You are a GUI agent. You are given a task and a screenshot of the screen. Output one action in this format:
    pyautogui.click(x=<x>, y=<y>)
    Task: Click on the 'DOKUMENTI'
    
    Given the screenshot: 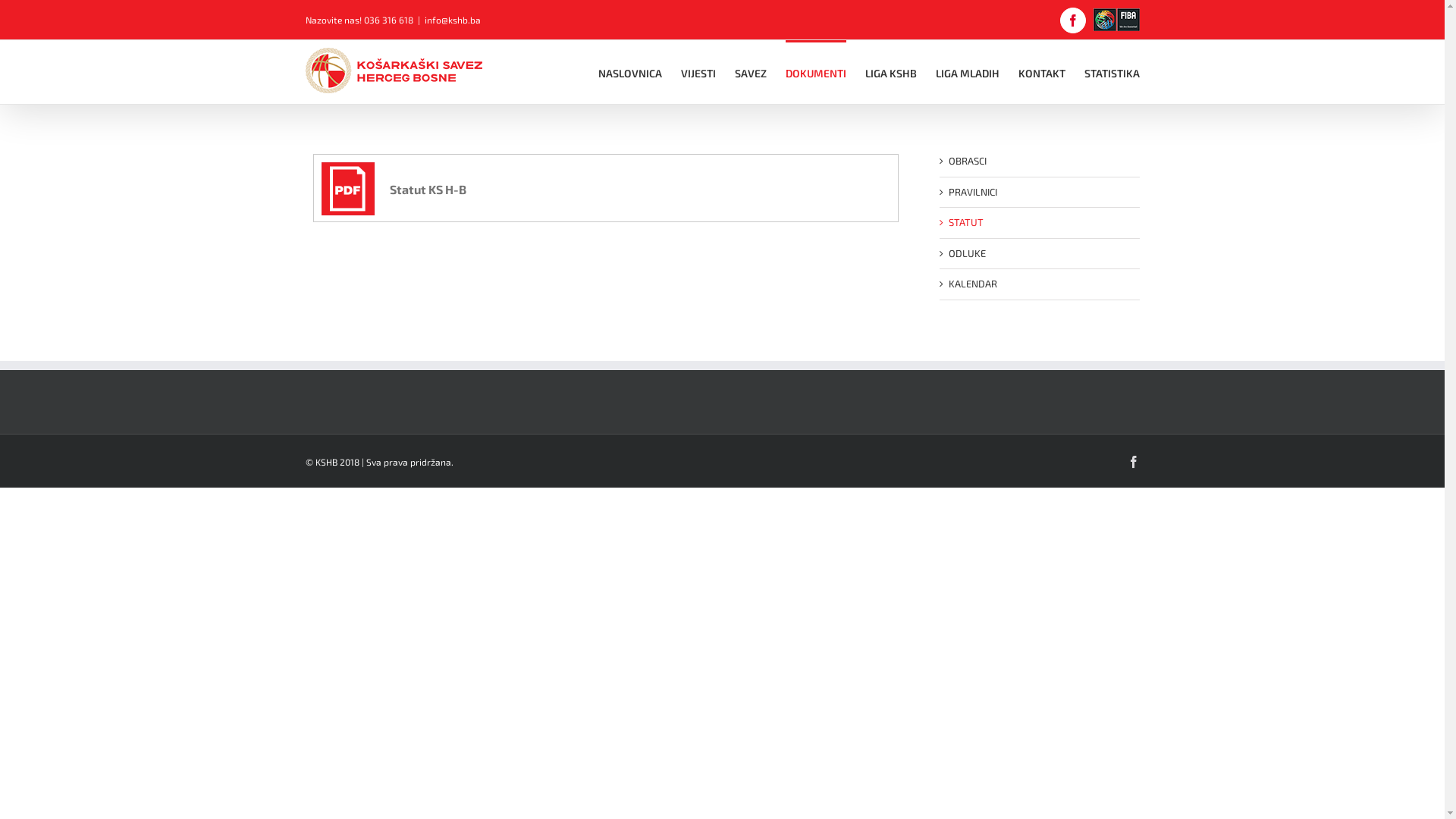 What is the action you would take?
    pyautogui.click(x=814, y=72)
    